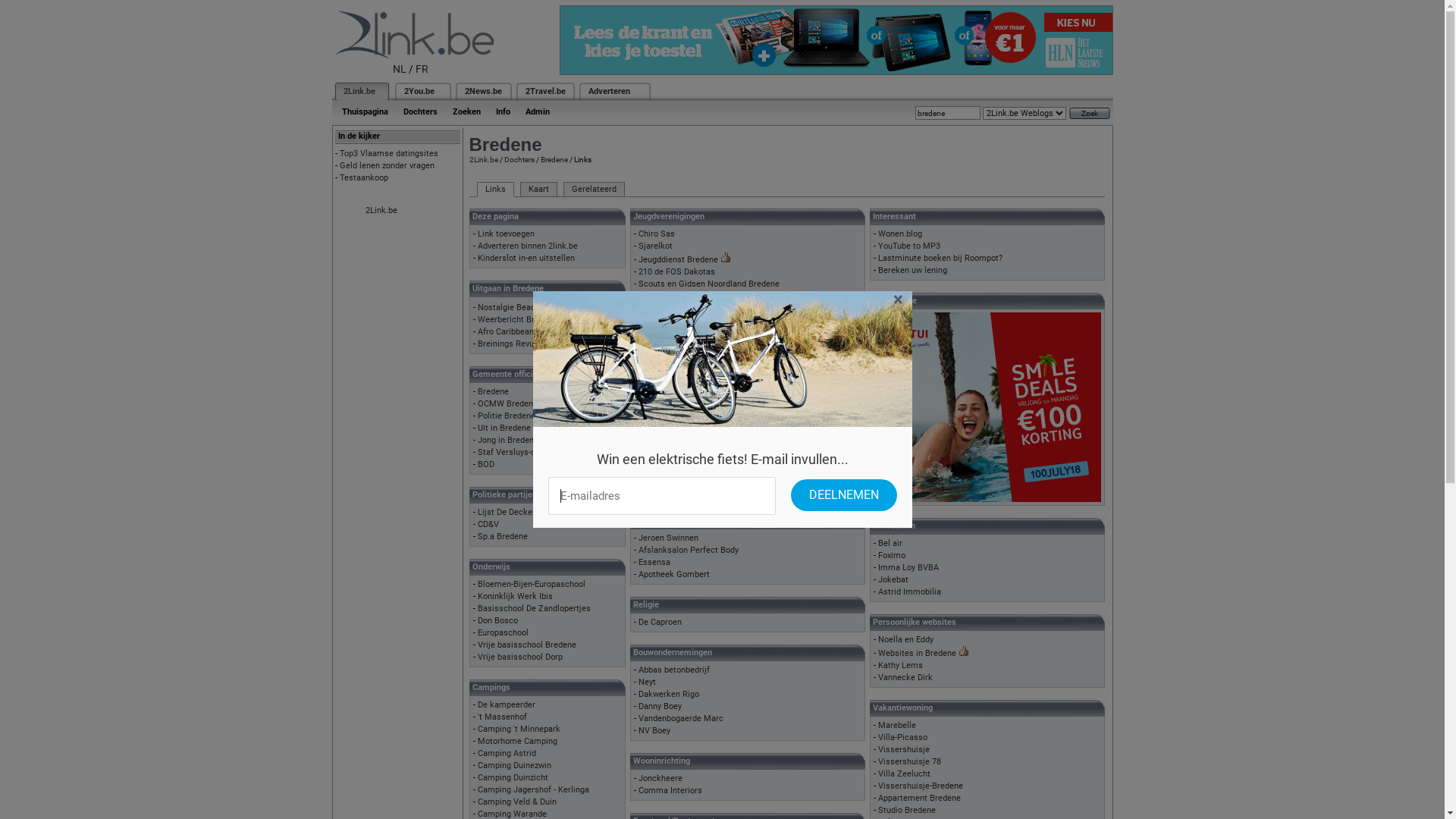  I want to click on 'Dakwerken Rigo', so click(668, 694).